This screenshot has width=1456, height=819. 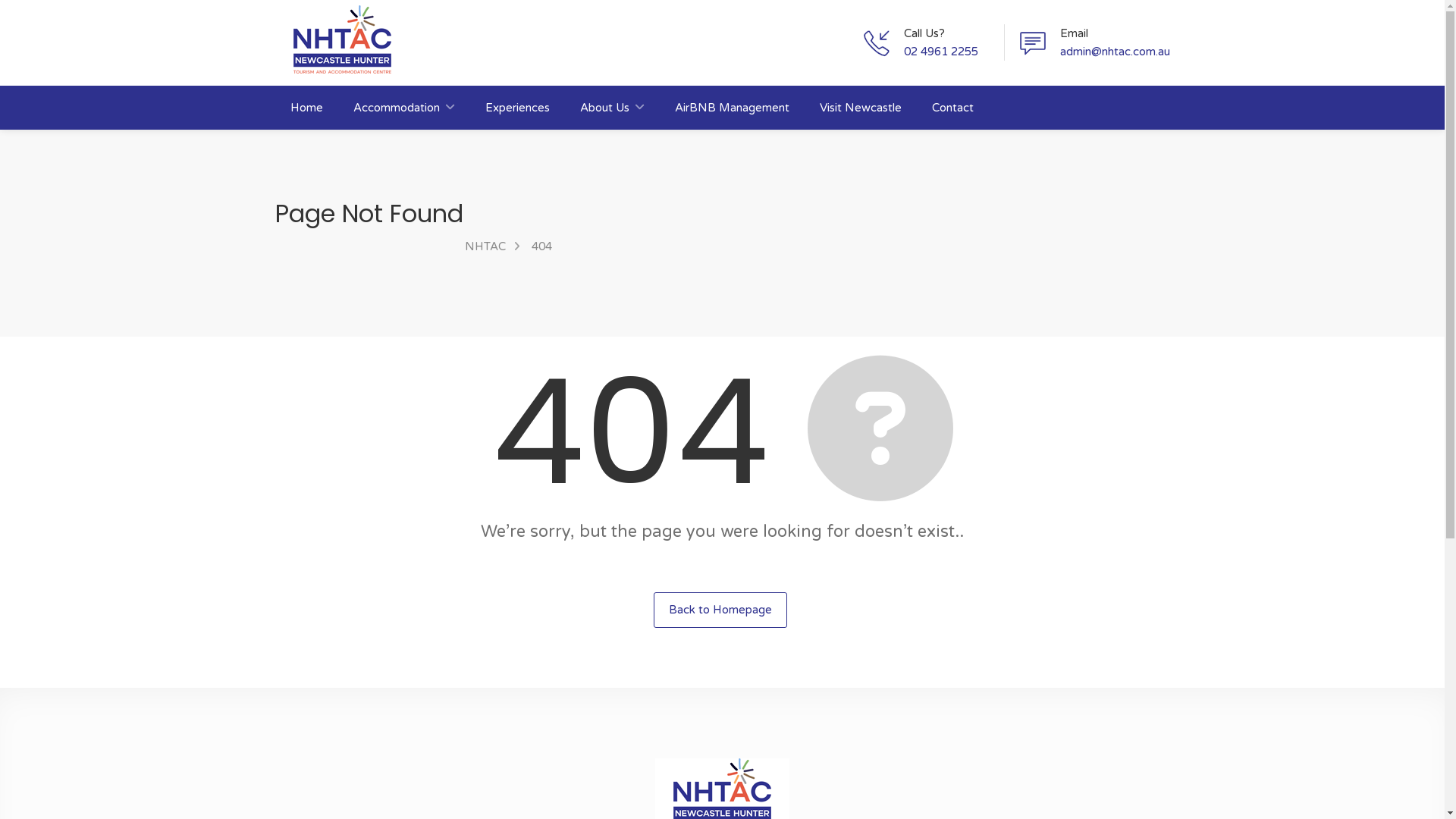 What do you see at coordinates (720, 609) in the screenshot?
I see `'Back to Homepage'` at bounding box center [720, 609].